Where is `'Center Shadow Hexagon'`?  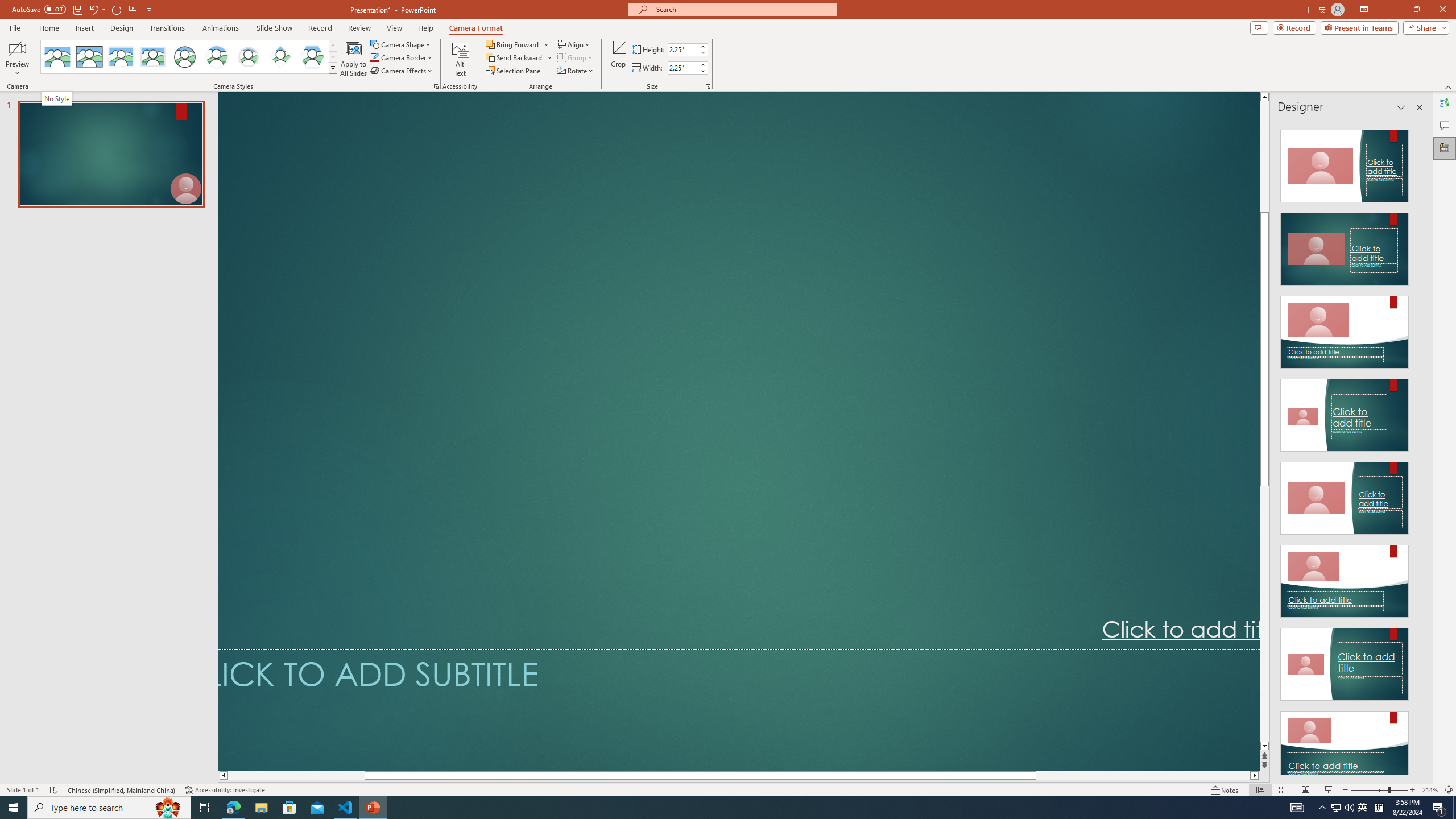
'Center Shadow Hexagon' is located at coordinates (312, 56).